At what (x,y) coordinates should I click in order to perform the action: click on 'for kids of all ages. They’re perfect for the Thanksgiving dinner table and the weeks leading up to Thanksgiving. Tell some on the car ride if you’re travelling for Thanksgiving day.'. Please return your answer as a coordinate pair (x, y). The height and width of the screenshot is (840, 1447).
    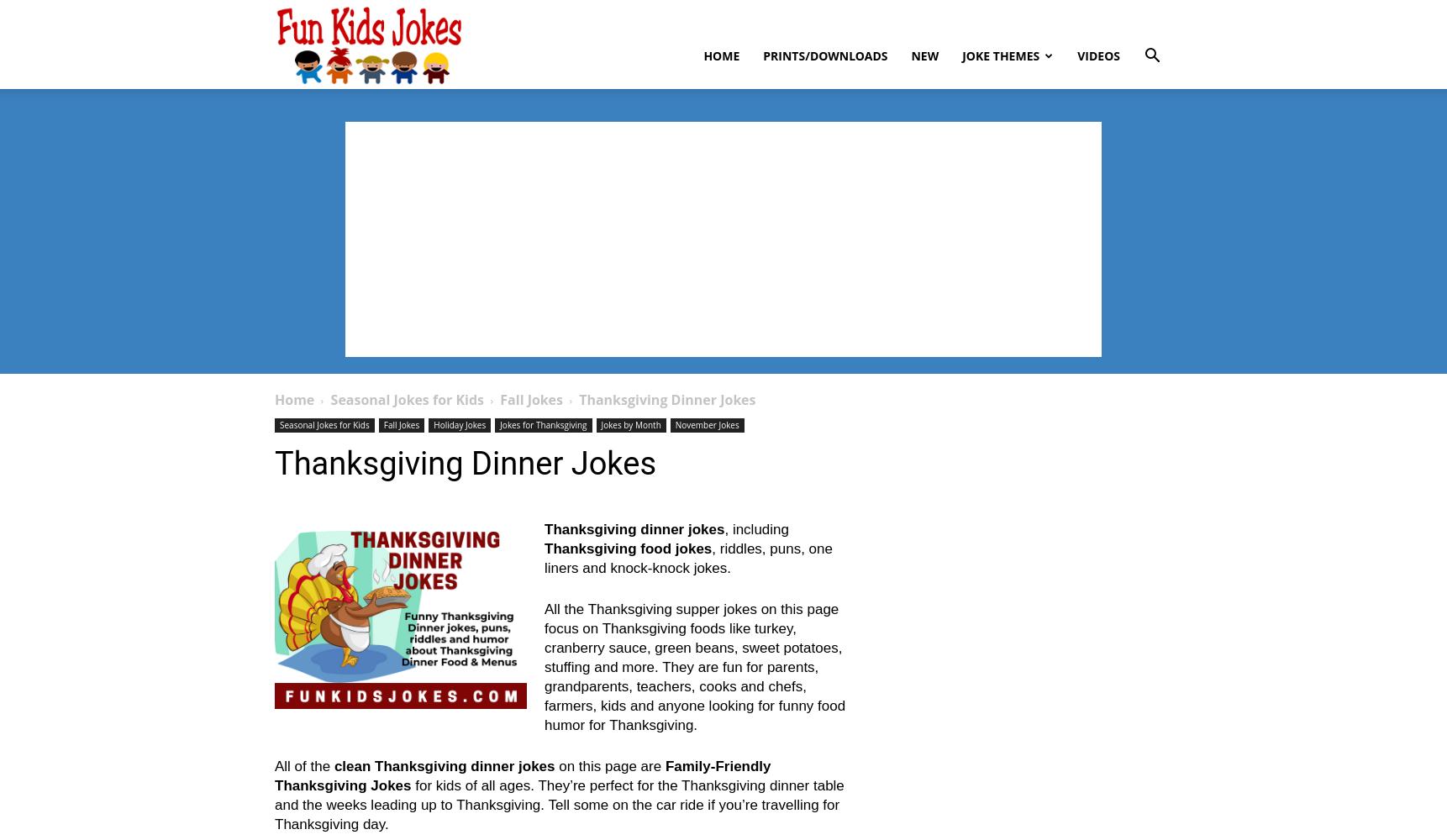
    Looking at the image, I should click on (559, 804).